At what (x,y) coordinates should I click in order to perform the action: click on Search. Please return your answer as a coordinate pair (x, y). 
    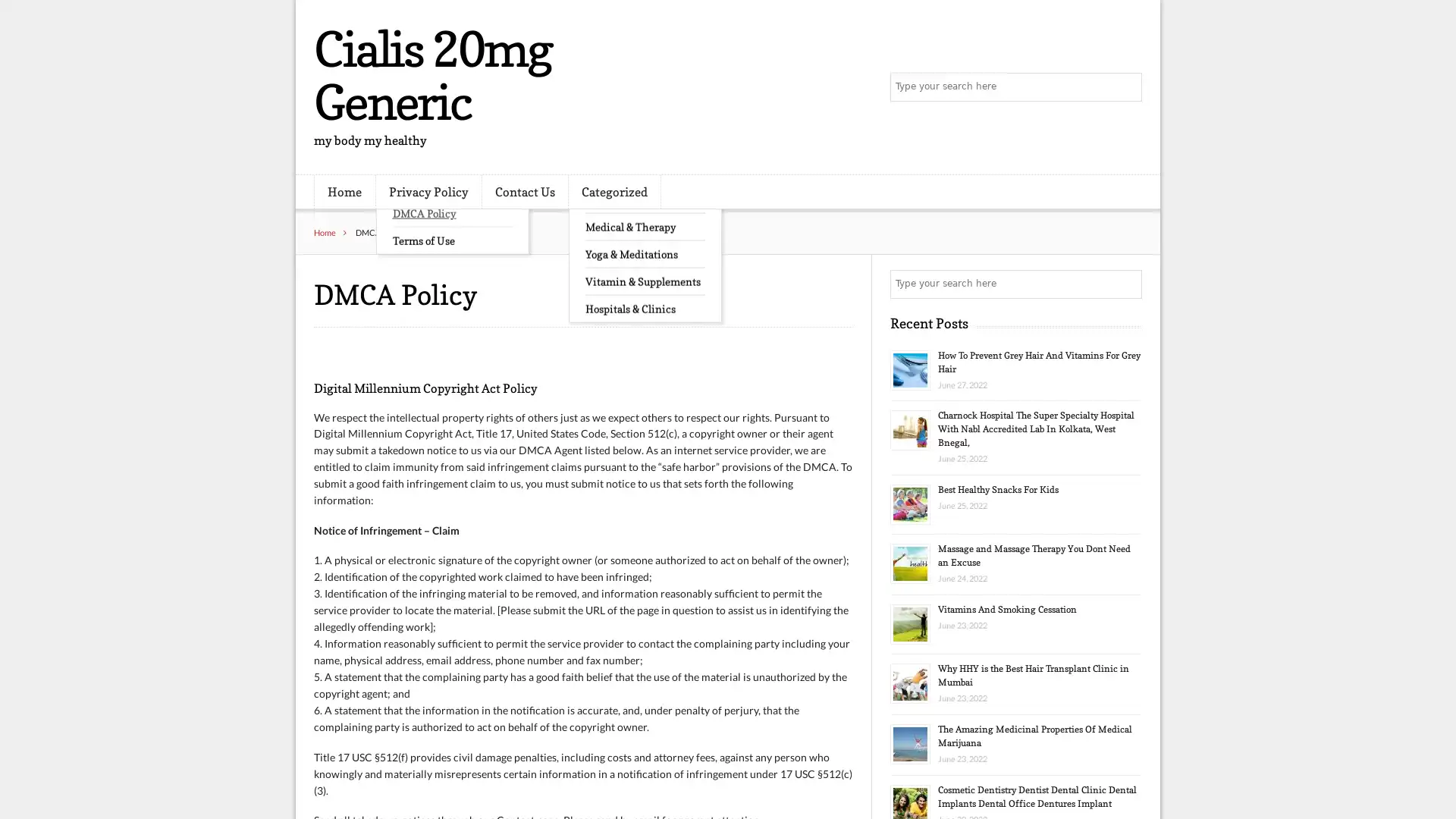
    Looking at the image, I should click on (1126, 87).